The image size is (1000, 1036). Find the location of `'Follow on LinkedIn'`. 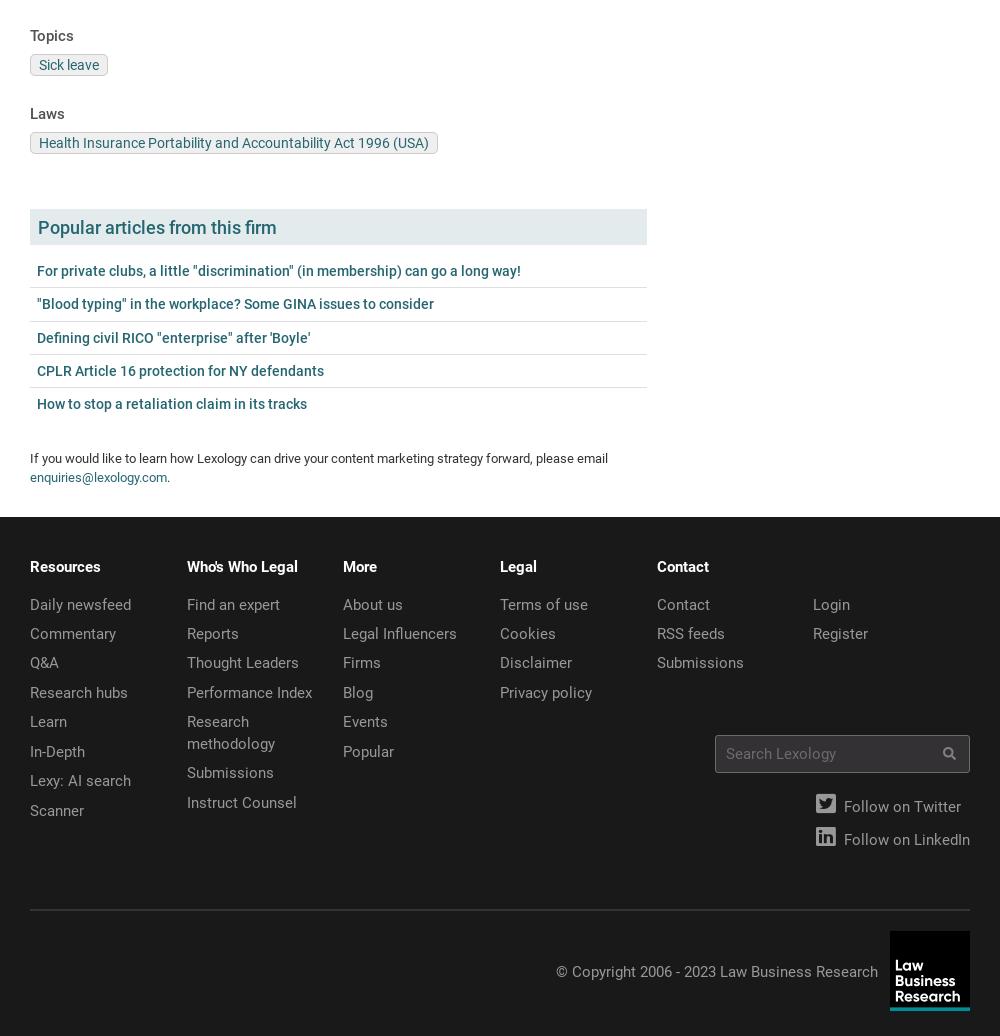

'Follow on LinkedIn' is located at coordinates (906, 839).